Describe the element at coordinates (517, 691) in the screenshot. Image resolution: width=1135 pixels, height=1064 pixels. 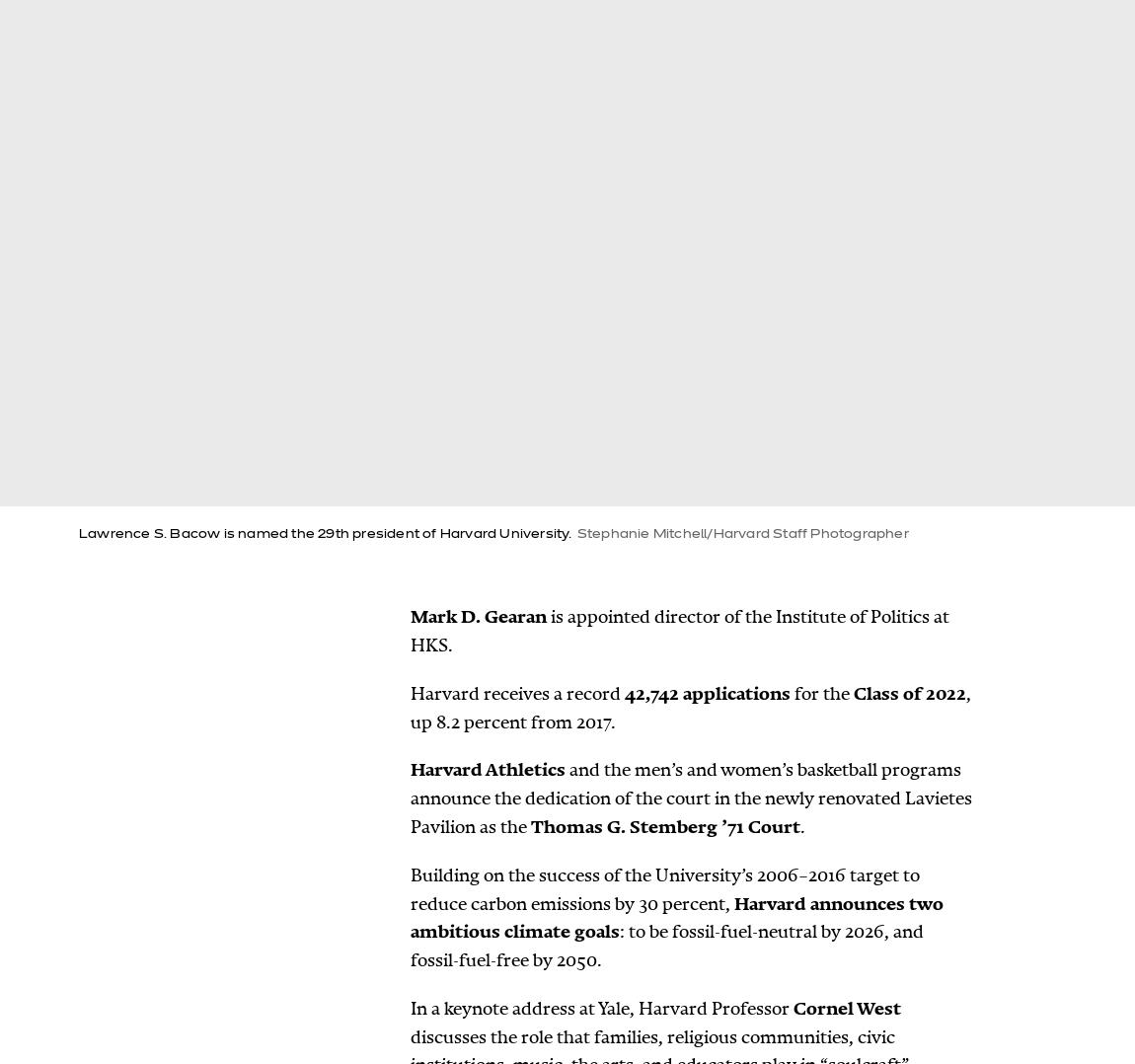
I see `'Harvard receives a record'` at that location.